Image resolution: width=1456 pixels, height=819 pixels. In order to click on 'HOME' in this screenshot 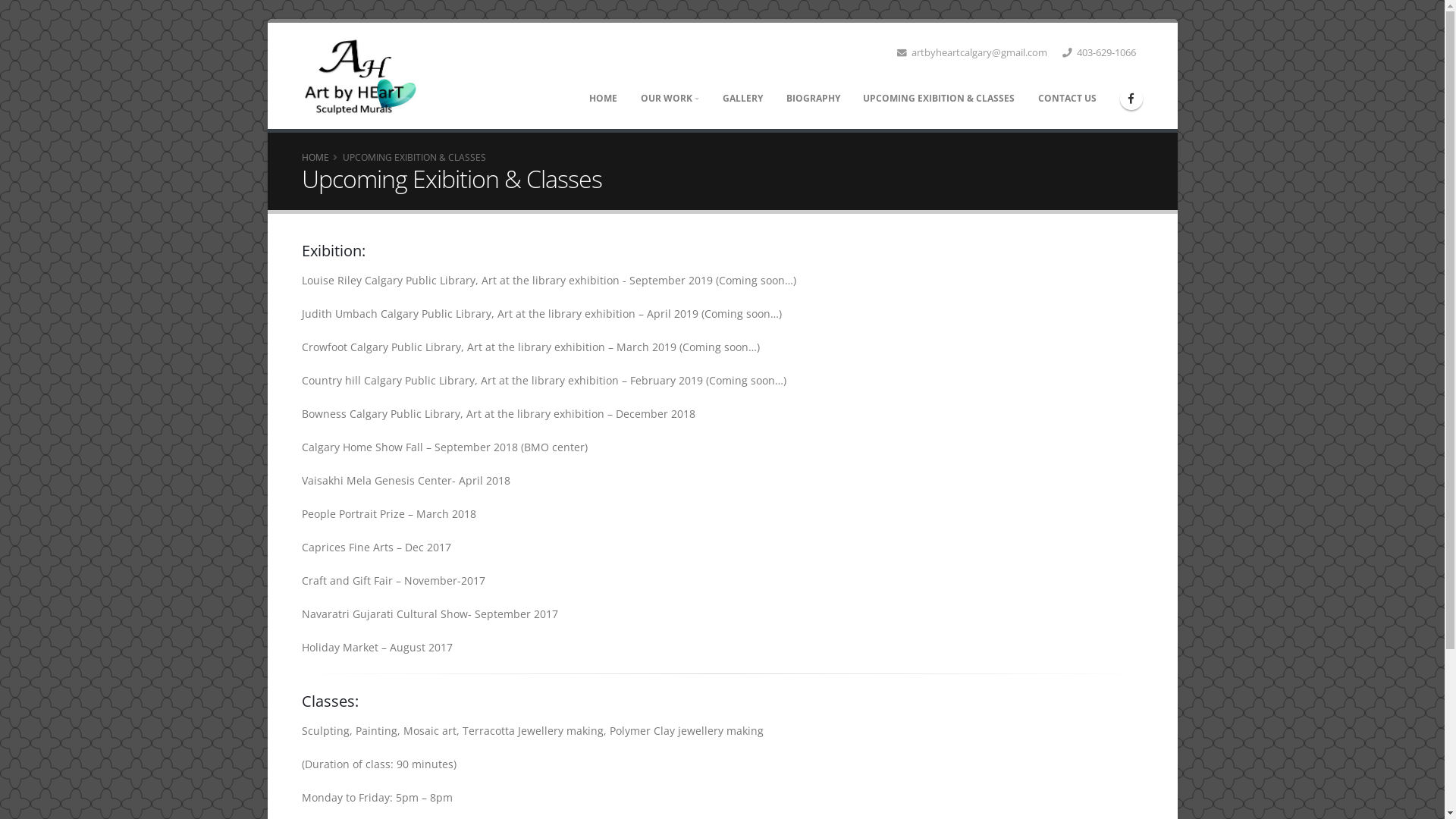, I will do `click(315, 157)`.